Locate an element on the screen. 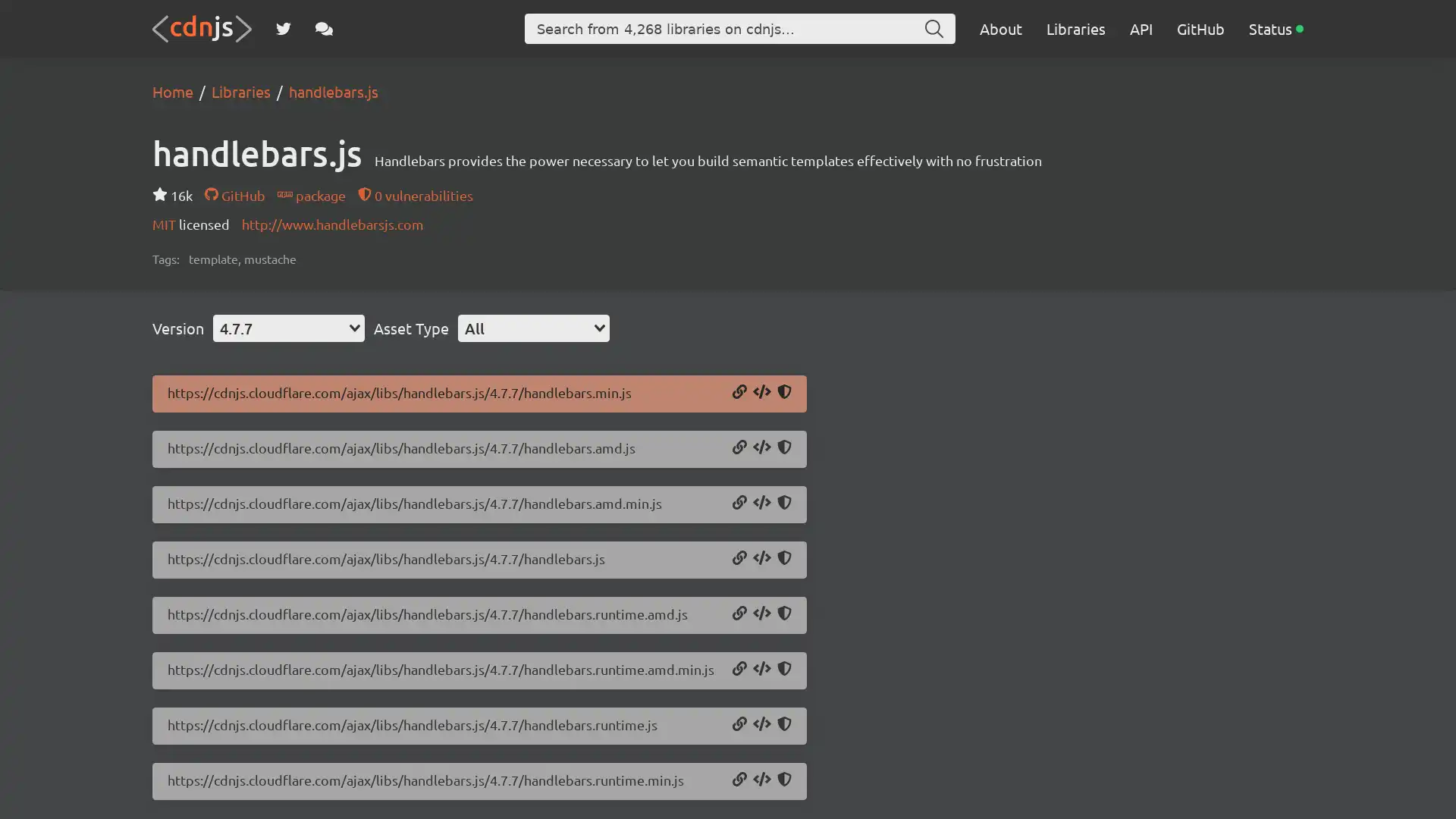 The width and height of the screenshot is (1456, 819). Copy URL is located at coordinates (739, 447).